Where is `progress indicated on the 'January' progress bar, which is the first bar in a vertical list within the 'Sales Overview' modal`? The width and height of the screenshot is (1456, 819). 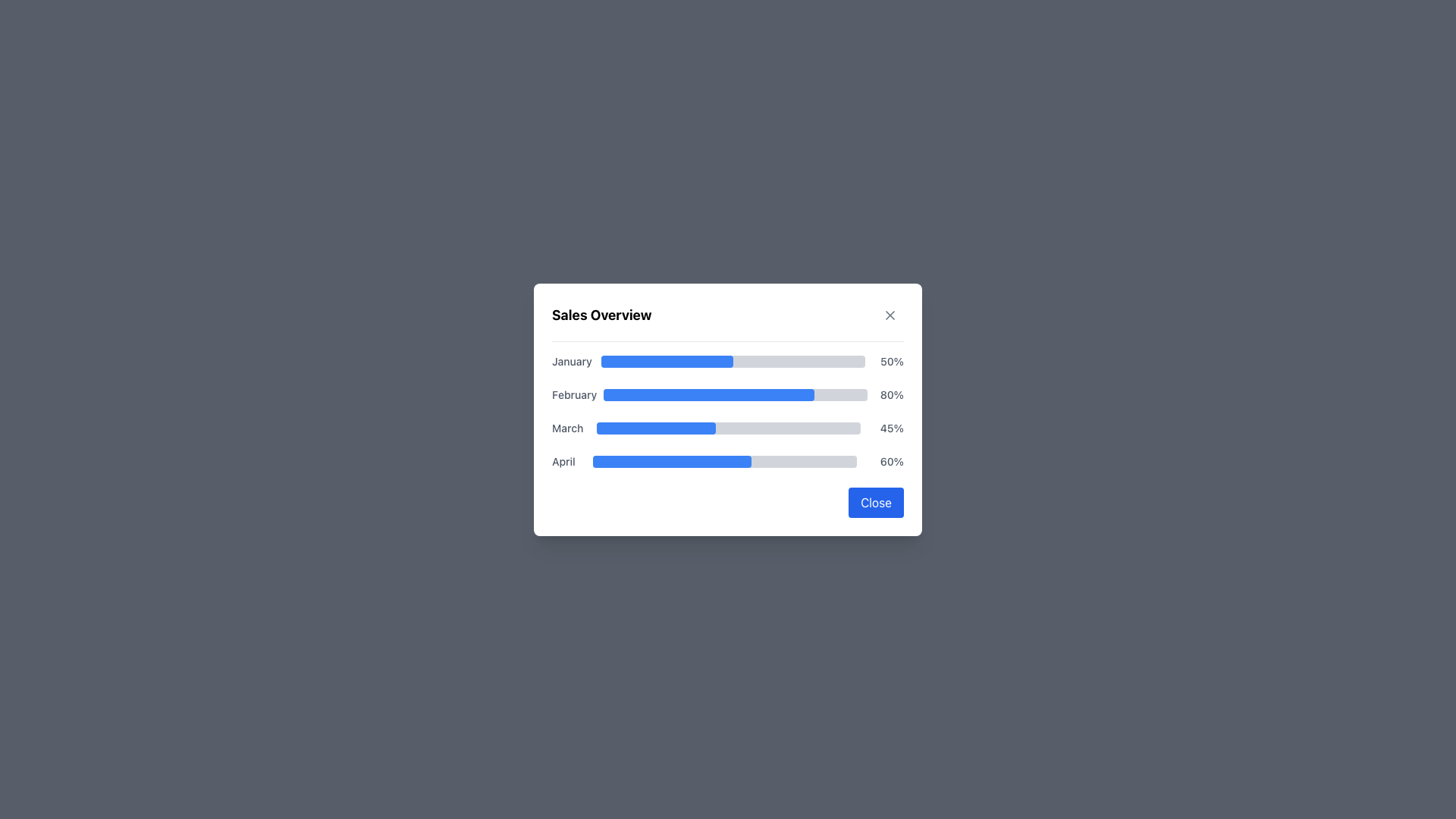
progress indicated on the 'January' progress bar, which is the first bar in a vertical list within the 'Sales Overview' modal is located at coordinates (728, 361).